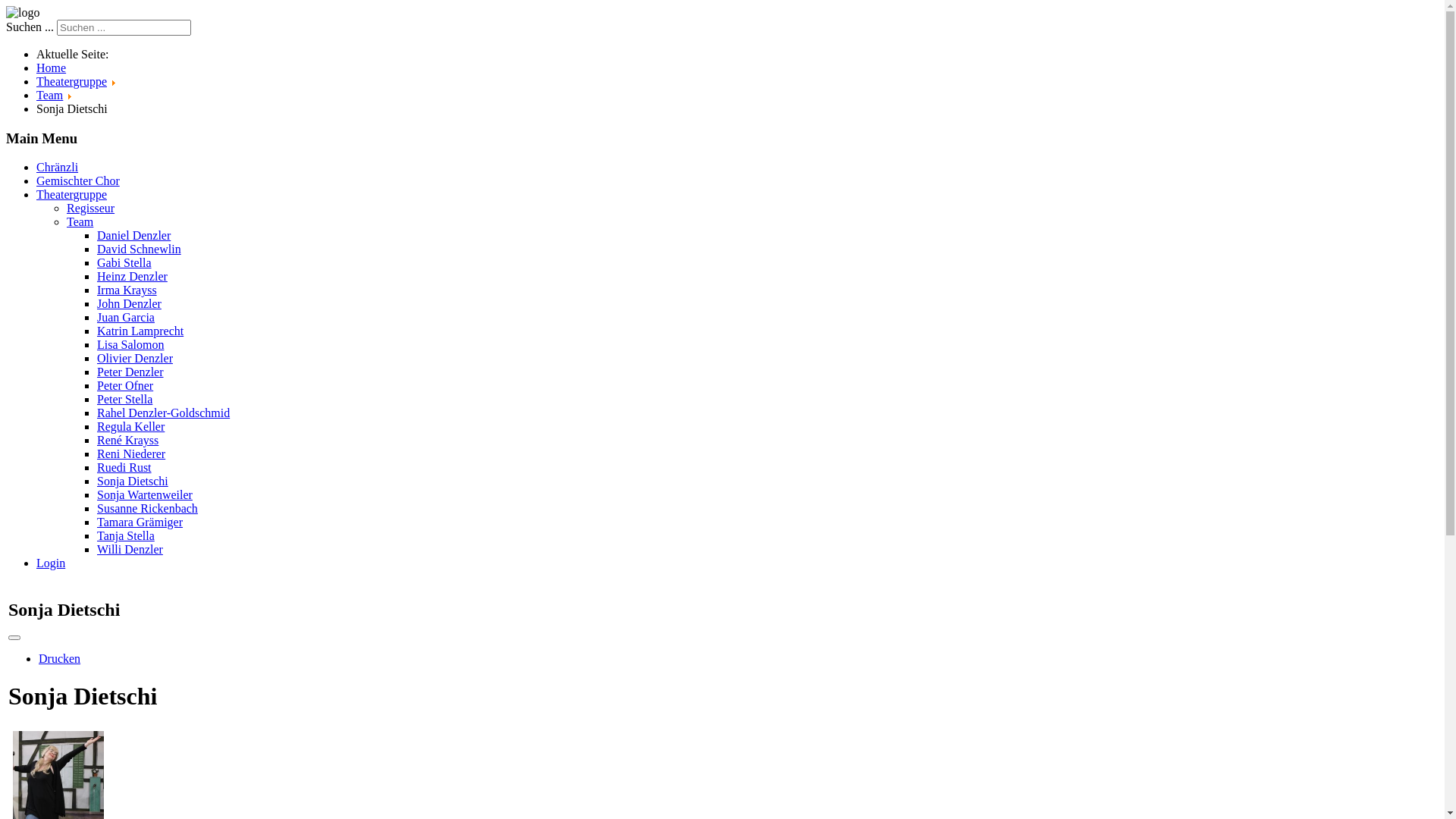 Image resolution: width=1456 pixels, height=819 pixels. Describe the element at coordinates (130, 549) in the screenshot. I see `'Willi Denzler'` at that location.